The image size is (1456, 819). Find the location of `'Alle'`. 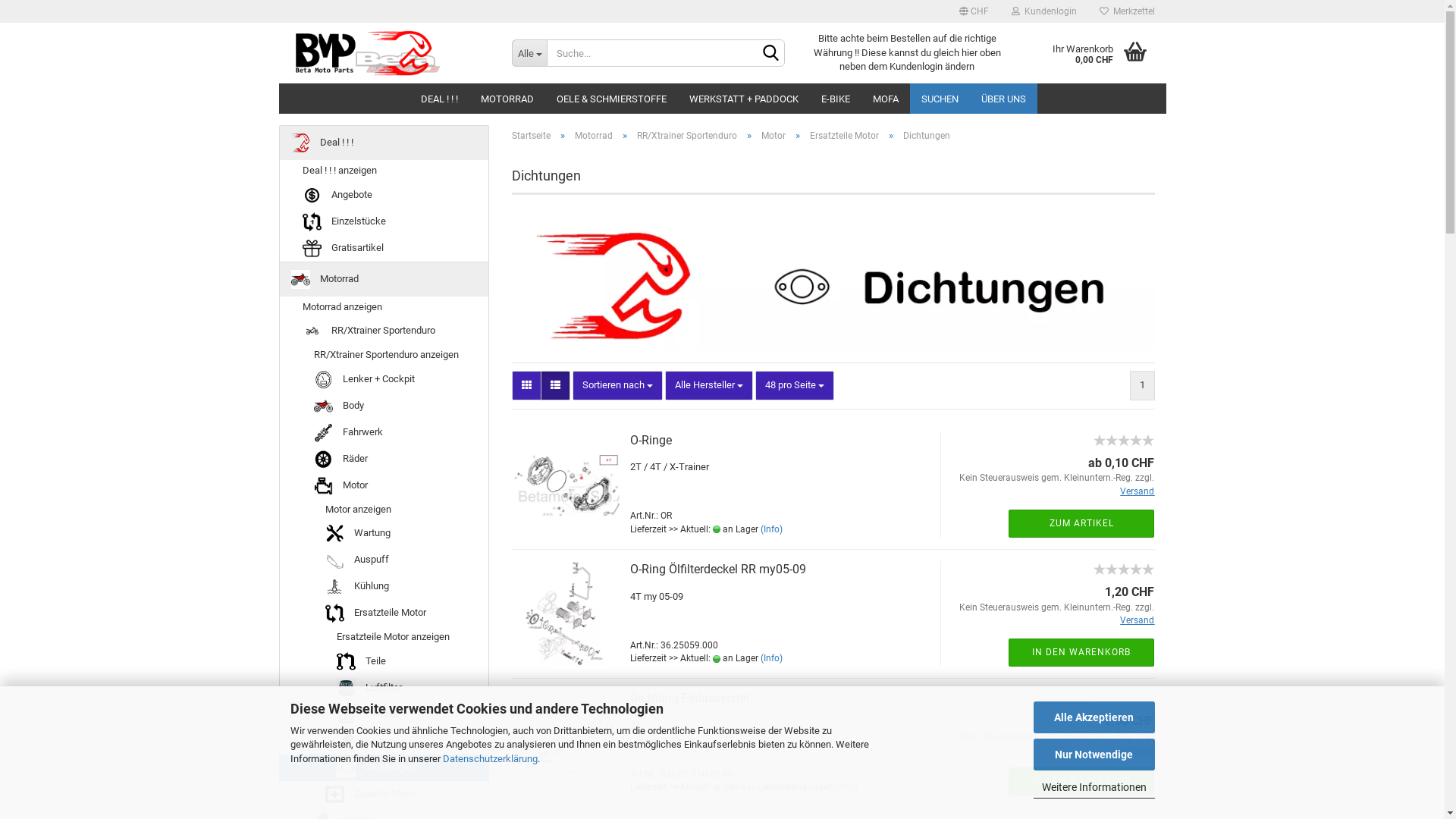

'Alle' is located at coordinates (529, 52).